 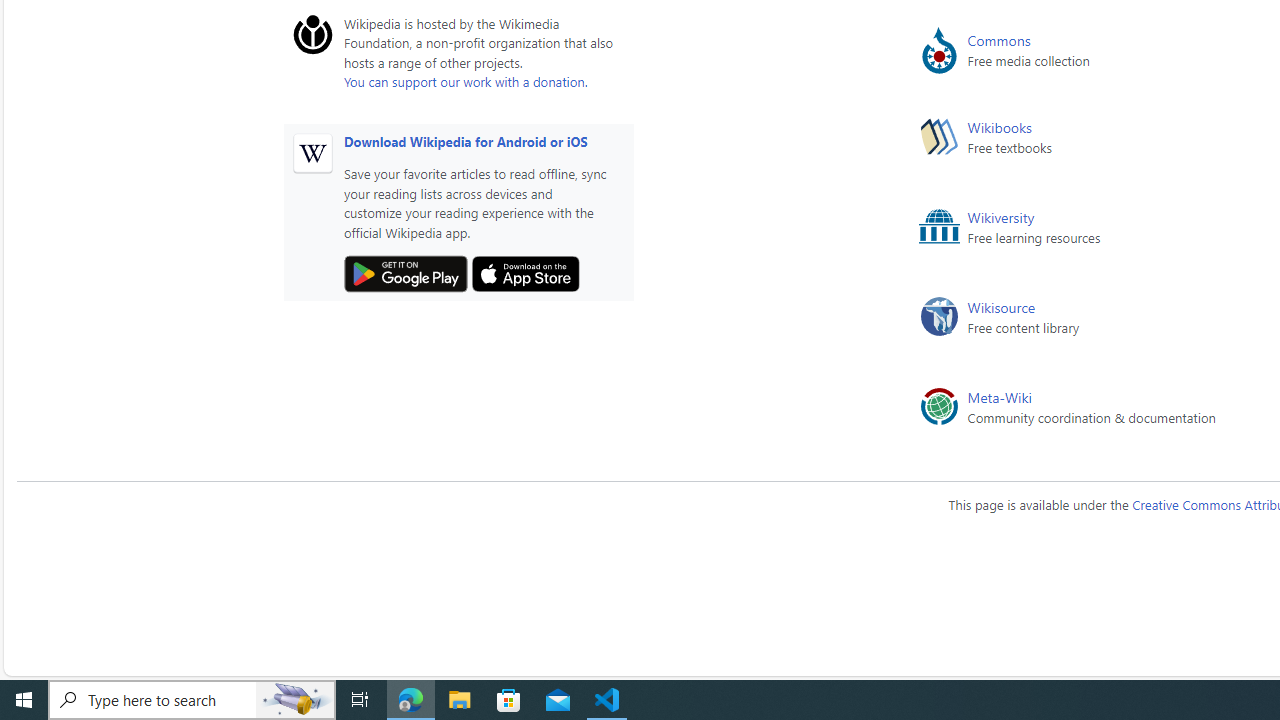 What do you see at coordinates (526, 274) in the screenshot?
I see `'Apple App Store'` at bounding box center [526, 274].